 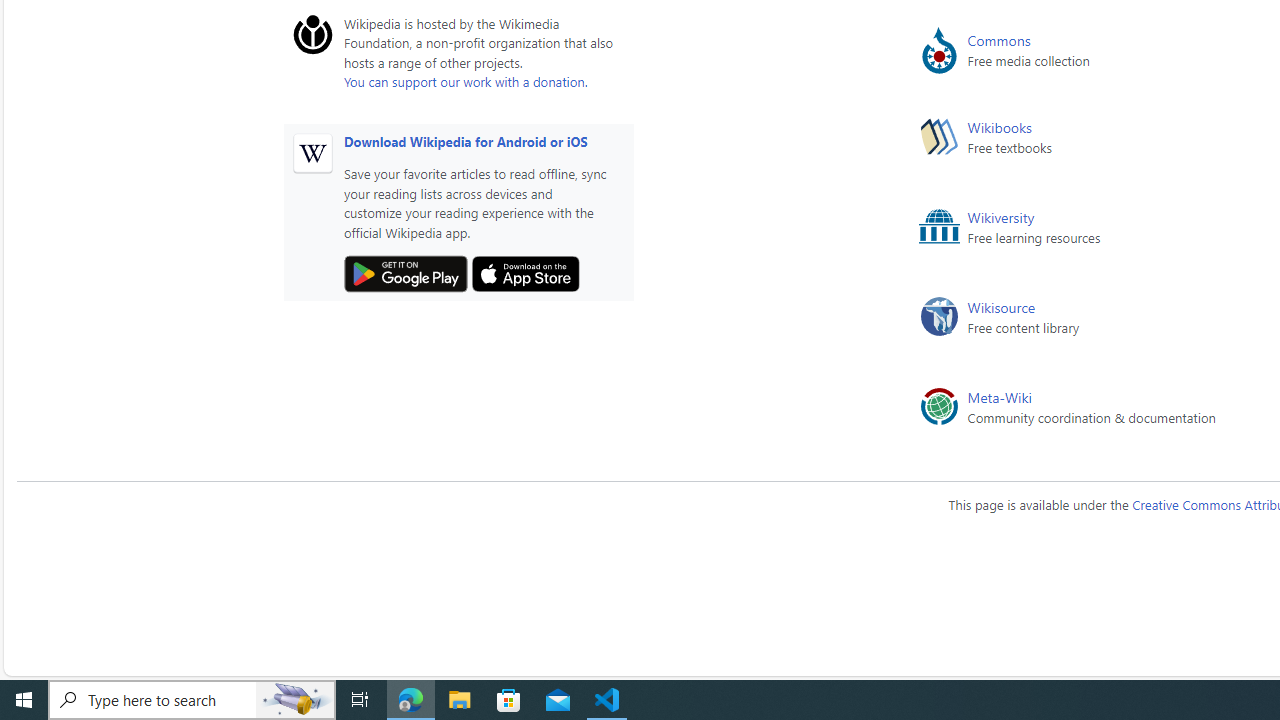 What do you see at coordinates (526, 274) in the screenshot?
I see `'Apple App Store'` at bounding box center [526, 274].